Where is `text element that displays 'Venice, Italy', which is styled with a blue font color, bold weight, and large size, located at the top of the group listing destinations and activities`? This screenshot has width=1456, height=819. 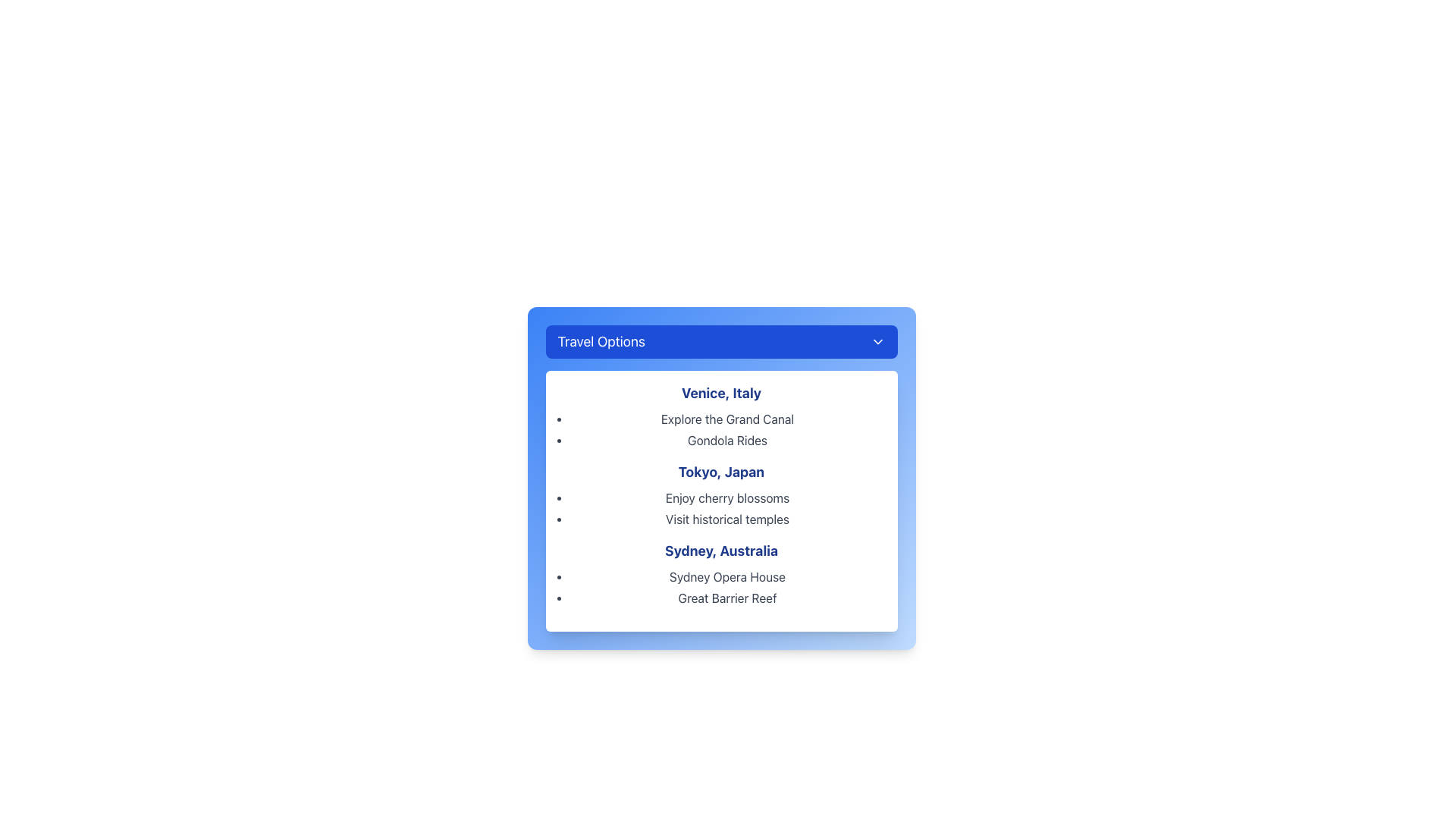 text element that displays 'Venice, Italy', which is styled with a blue font color, bold weight, and large size, located at the top of the group listing destinations and activities is located at coordinates (720, 393).